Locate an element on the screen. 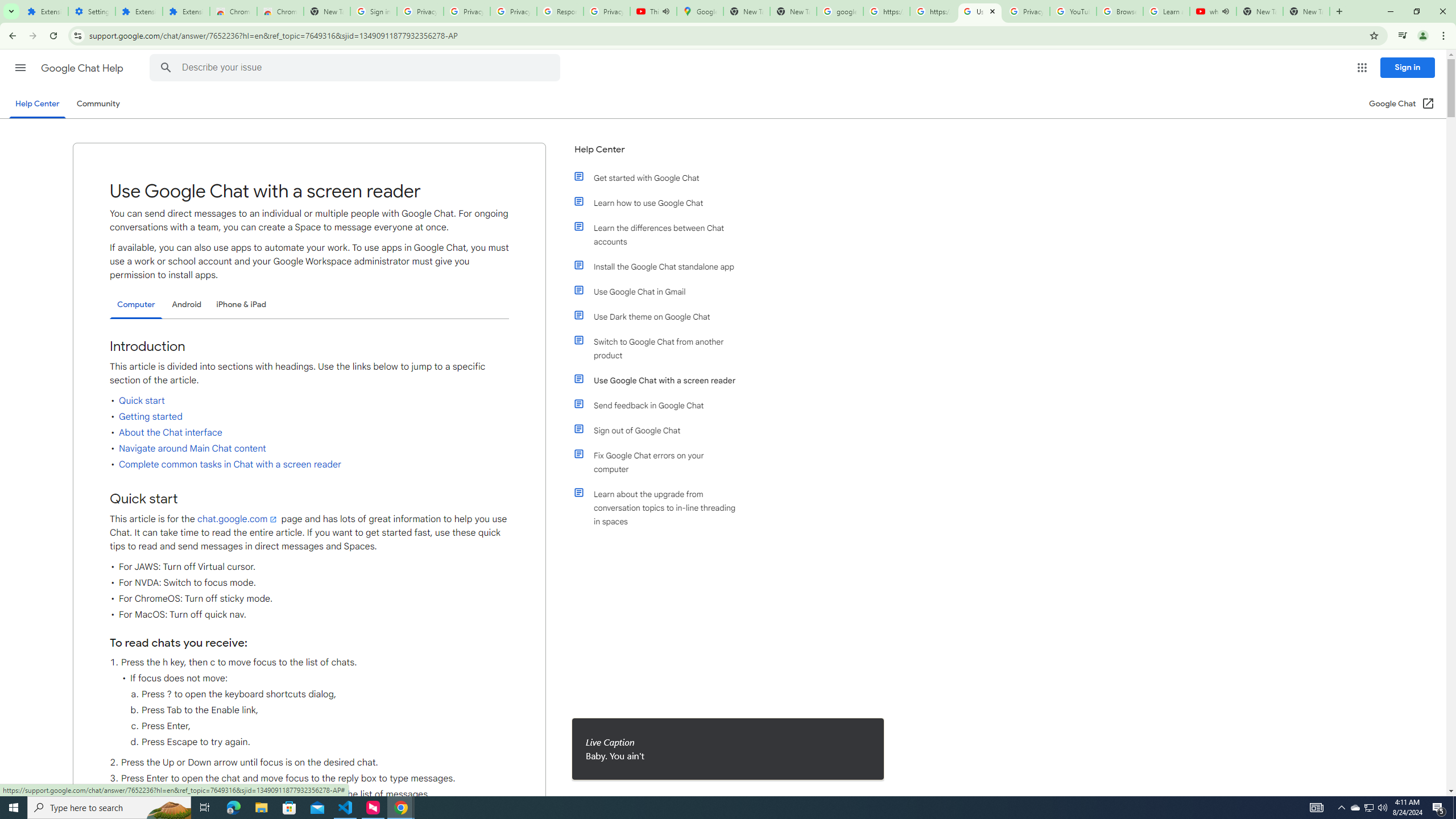  'Google Maps' is located at coordinates (700, 11).